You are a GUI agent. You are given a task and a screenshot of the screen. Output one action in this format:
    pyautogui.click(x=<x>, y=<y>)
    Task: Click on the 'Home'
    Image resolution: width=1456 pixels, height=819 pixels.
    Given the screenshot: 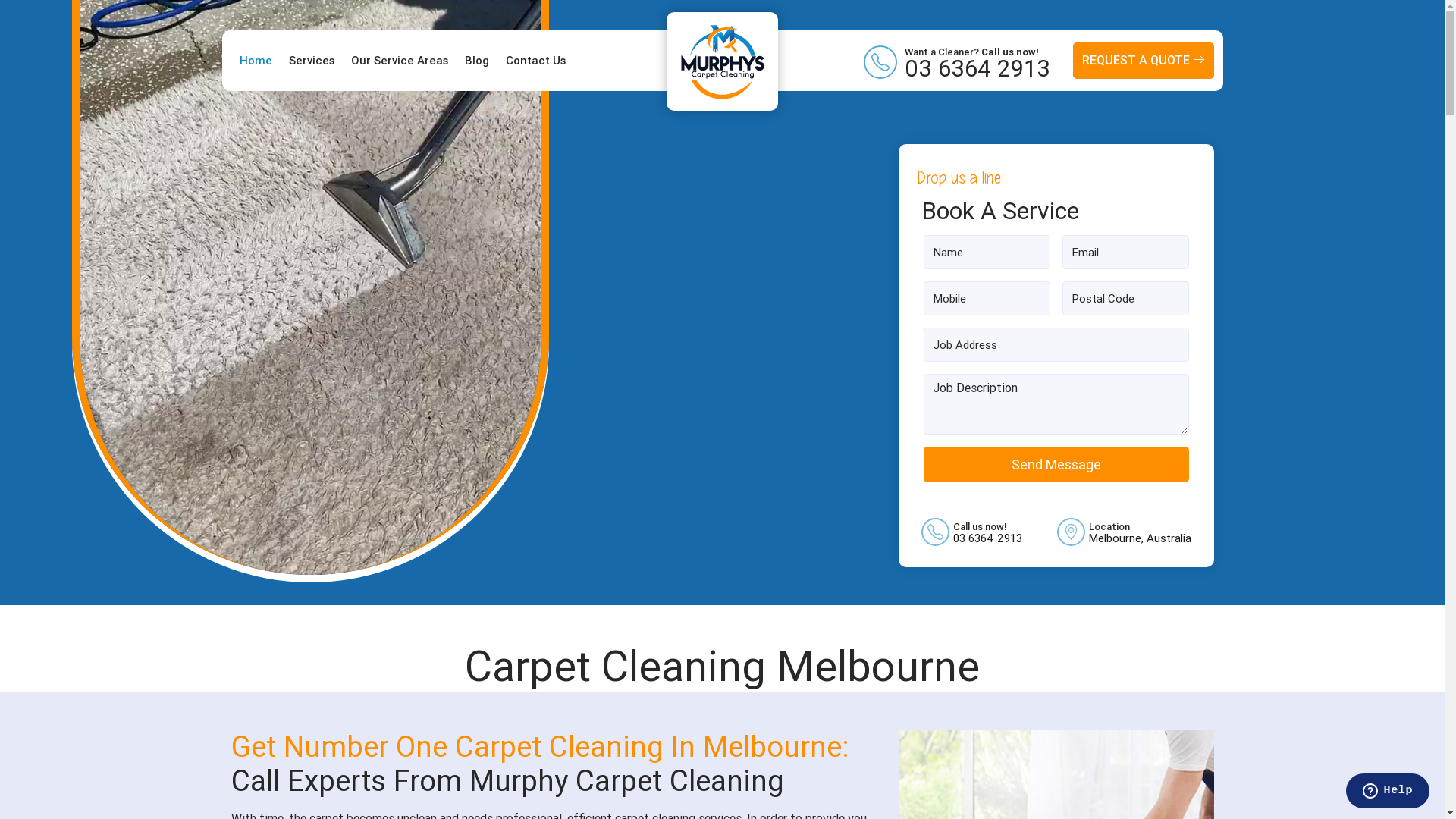 What is the action you would take?
    pyautogui.click(x=256, y=60)
    